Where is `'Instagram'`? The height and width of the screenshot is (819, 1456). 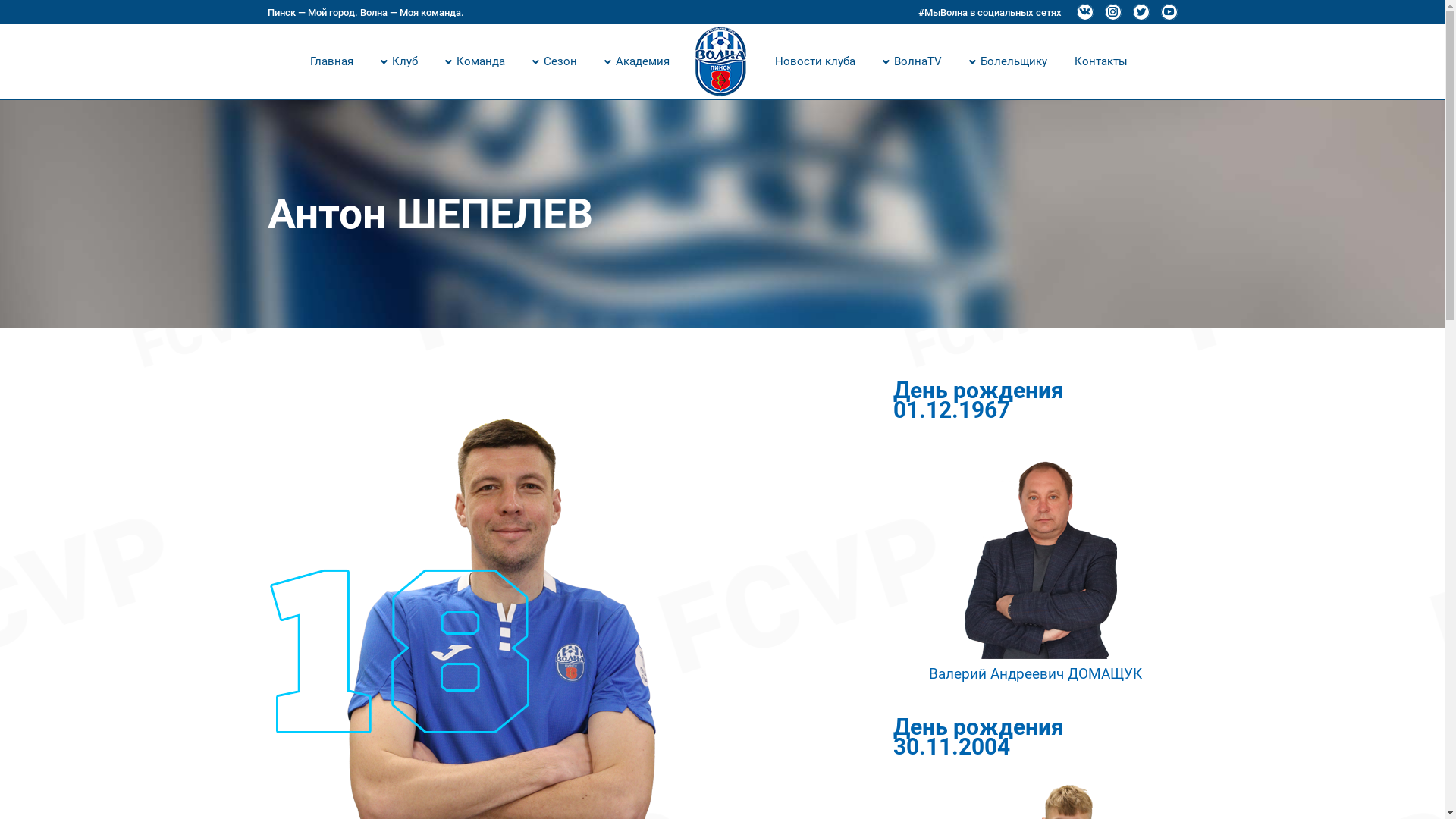 'Instagram' is located at coordinates (1103, 11).